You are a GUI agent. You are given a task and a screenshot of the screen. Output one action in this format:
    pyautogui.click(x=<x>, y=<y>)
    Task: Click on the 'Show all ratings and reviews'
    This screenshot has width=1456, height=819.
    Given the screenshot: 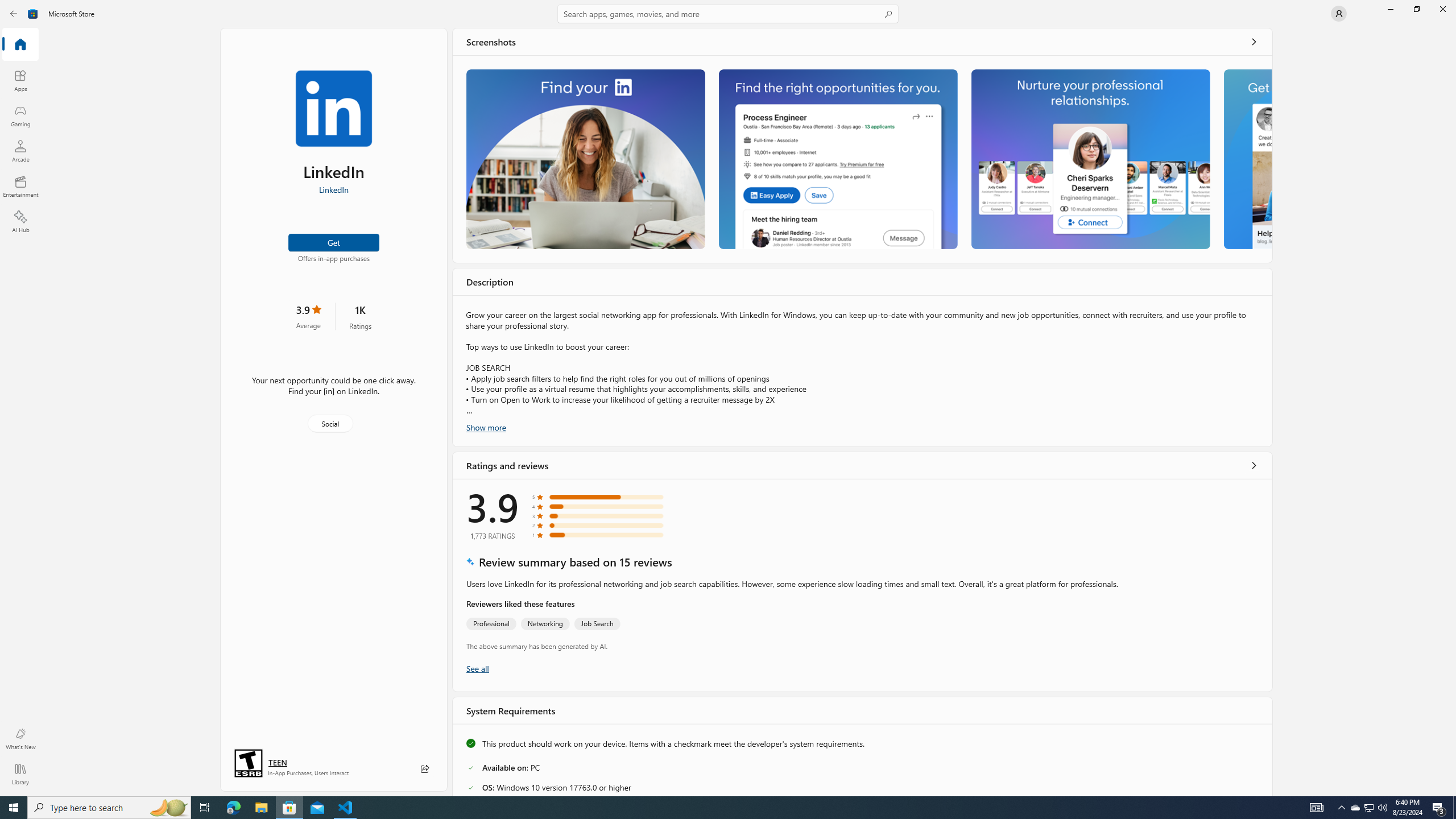 What is the action you would take?
    pyautogui.click(x=477, y=667)
    